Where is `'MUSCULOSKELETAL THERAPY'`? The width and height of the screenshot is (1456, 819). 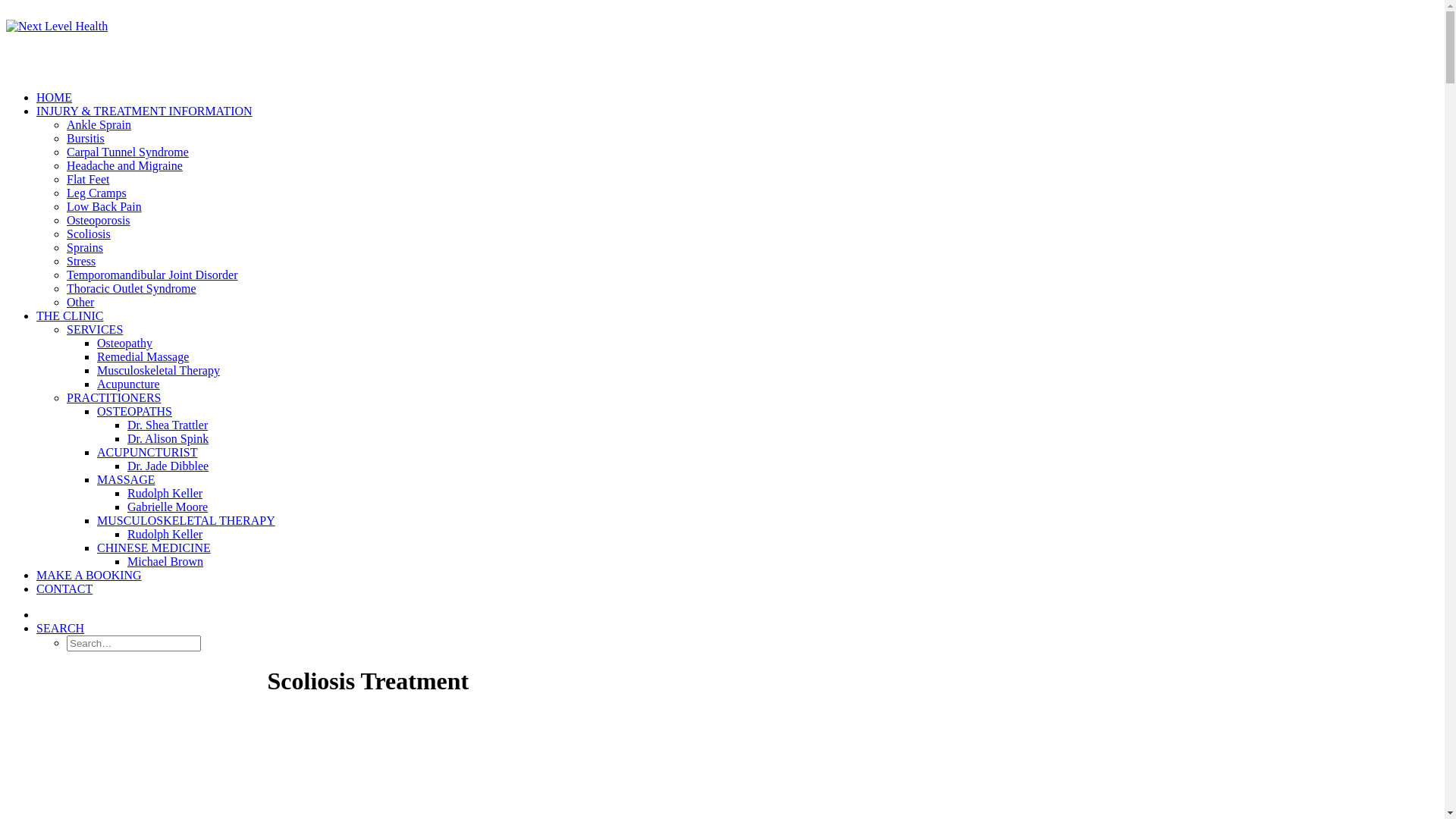
'MUSCULOSKELETAL THERAPY' is located at coordinates (185, 519).